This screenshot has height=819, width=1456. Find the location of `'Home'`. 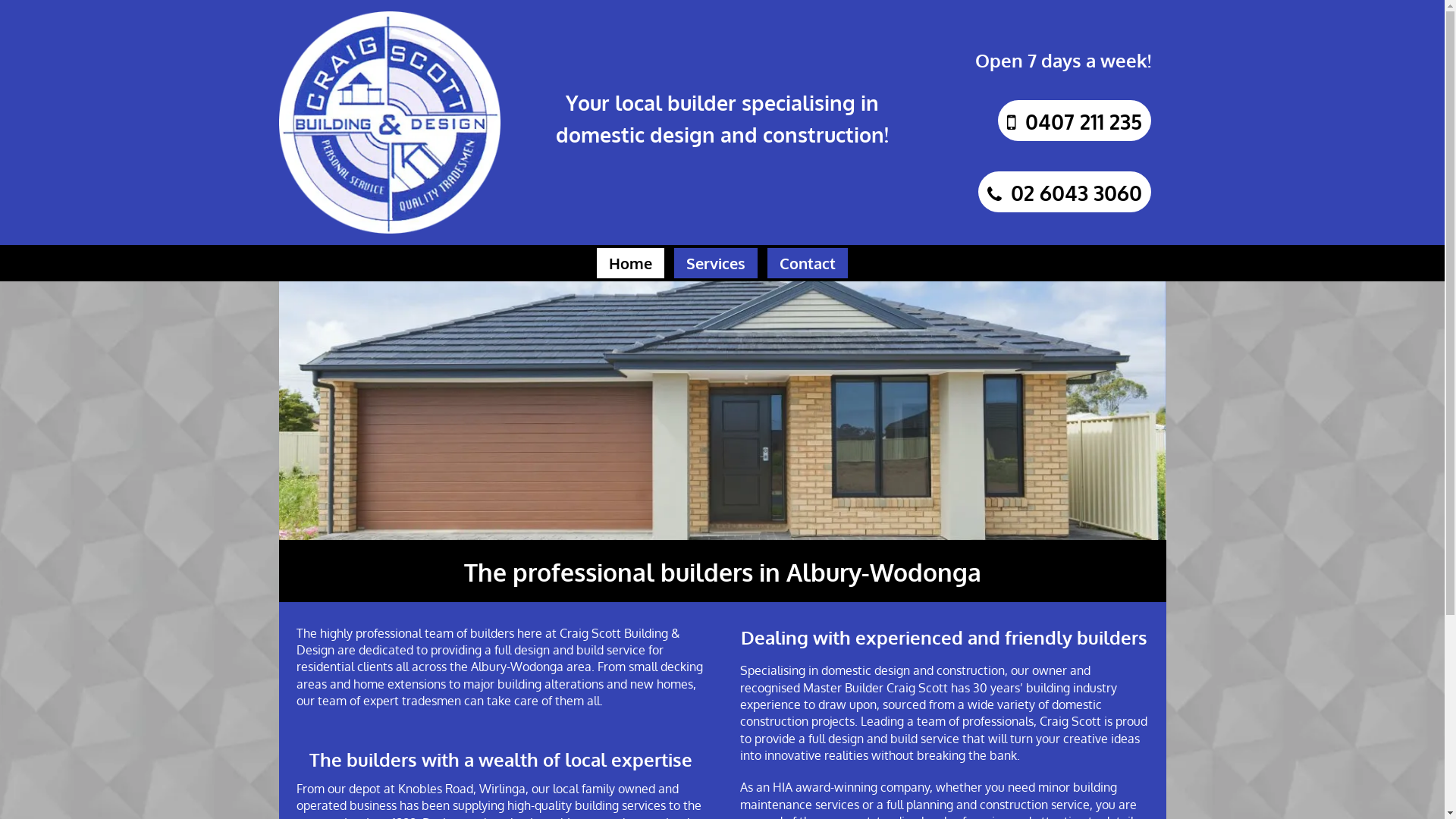

'Home' is located at coordinates (630, 262).